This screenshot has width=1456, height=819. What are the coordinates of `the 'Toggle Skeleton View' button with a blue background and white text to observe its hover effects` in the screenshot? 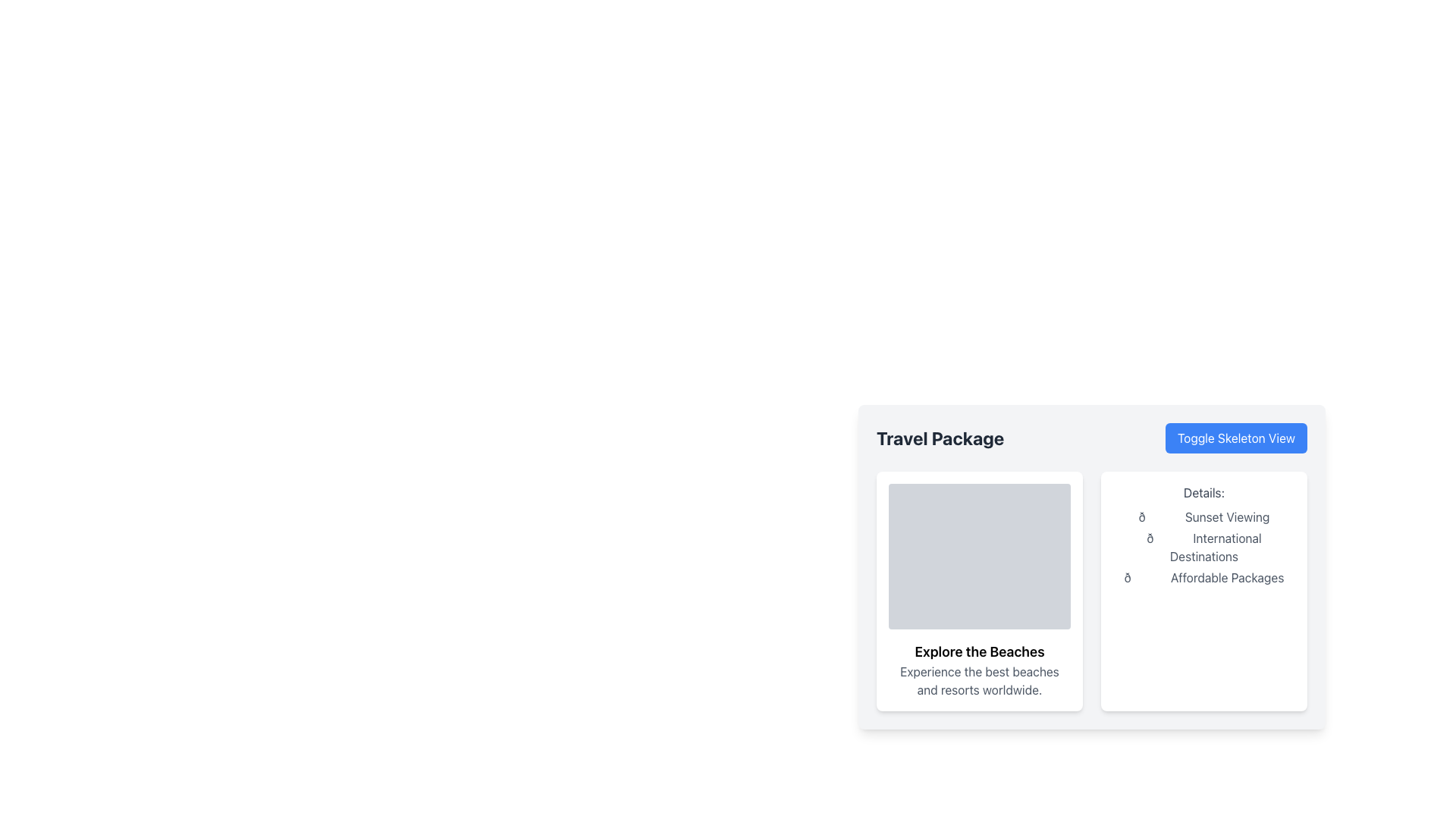 It's located at (1236, 438).